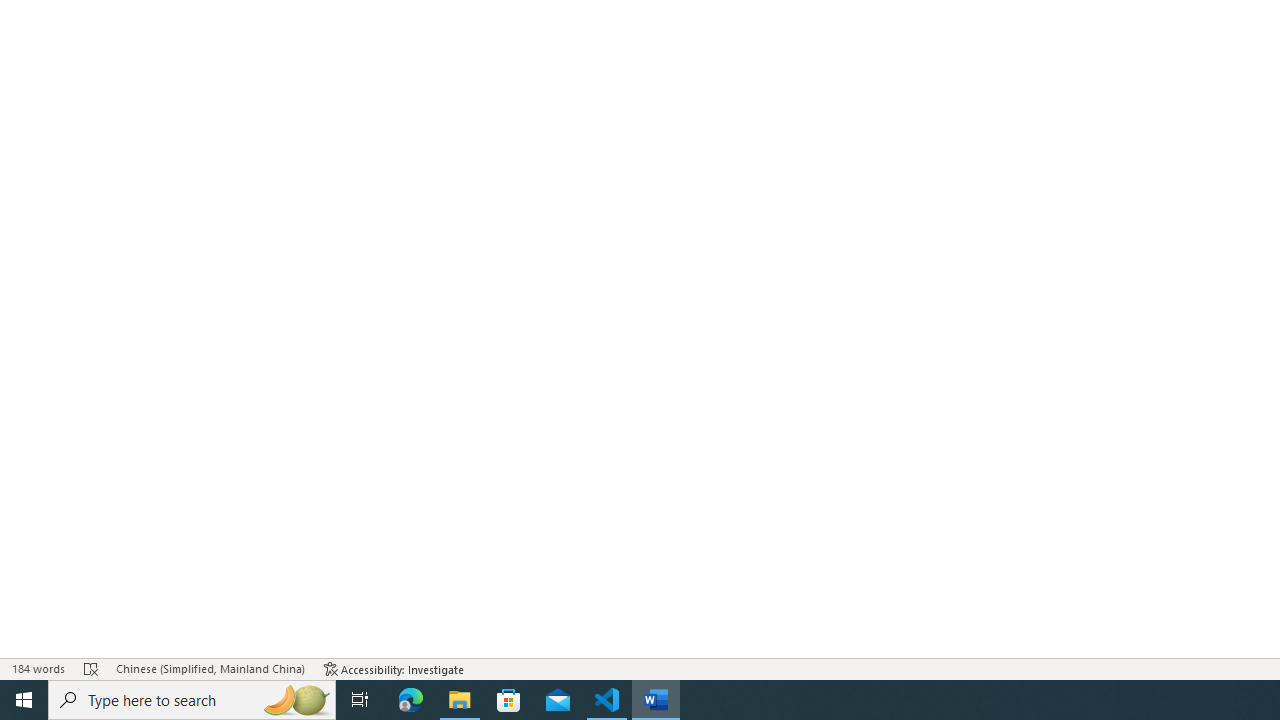 This screenshot has height=720, width=1280. I want to click on 'Language Chinese (Simplified, Mainland China)', so click(210, 669).